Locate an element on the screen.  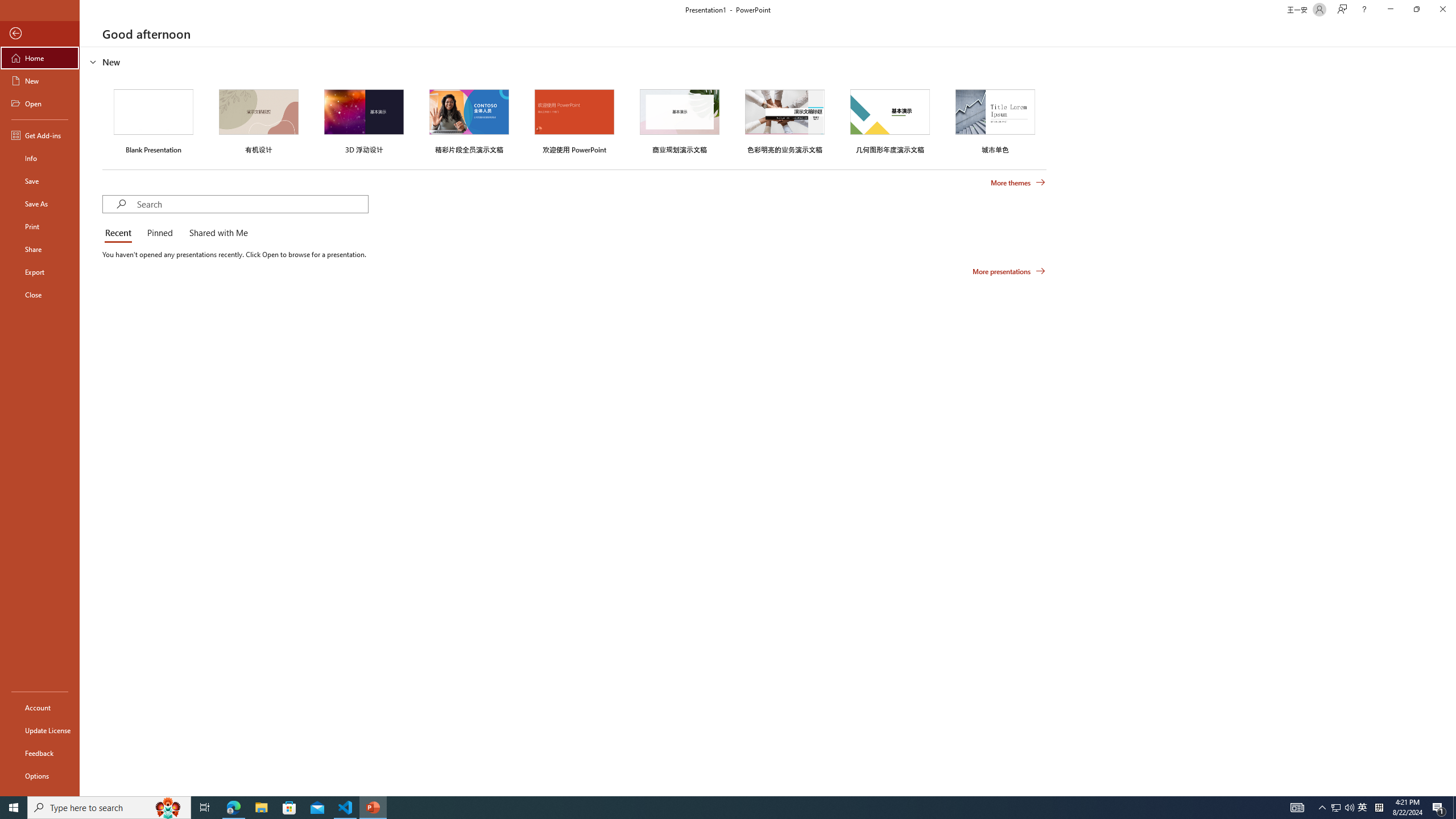
'Class: NetUIScrollBar' is located at coordinates (1451, 421).